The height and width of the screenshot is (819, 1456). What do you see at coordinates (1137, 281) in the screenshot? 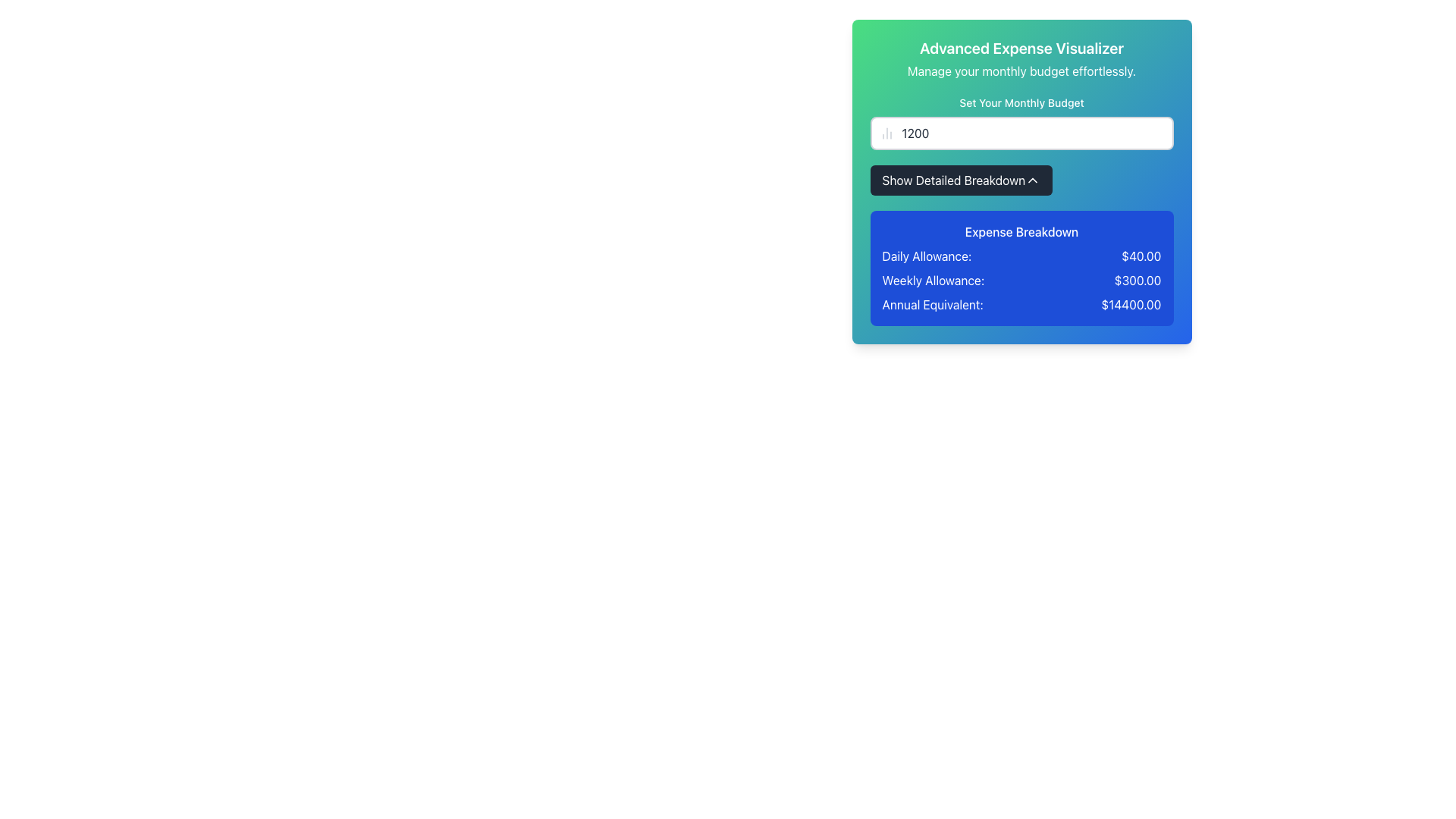
I see `the Label/Text field displaying '$300.00' in white font on a blue background, which is part of the expense breakdown section and aligned to the right of the 'Weekly Allowance:' label` at bounding box center [1137, 281].